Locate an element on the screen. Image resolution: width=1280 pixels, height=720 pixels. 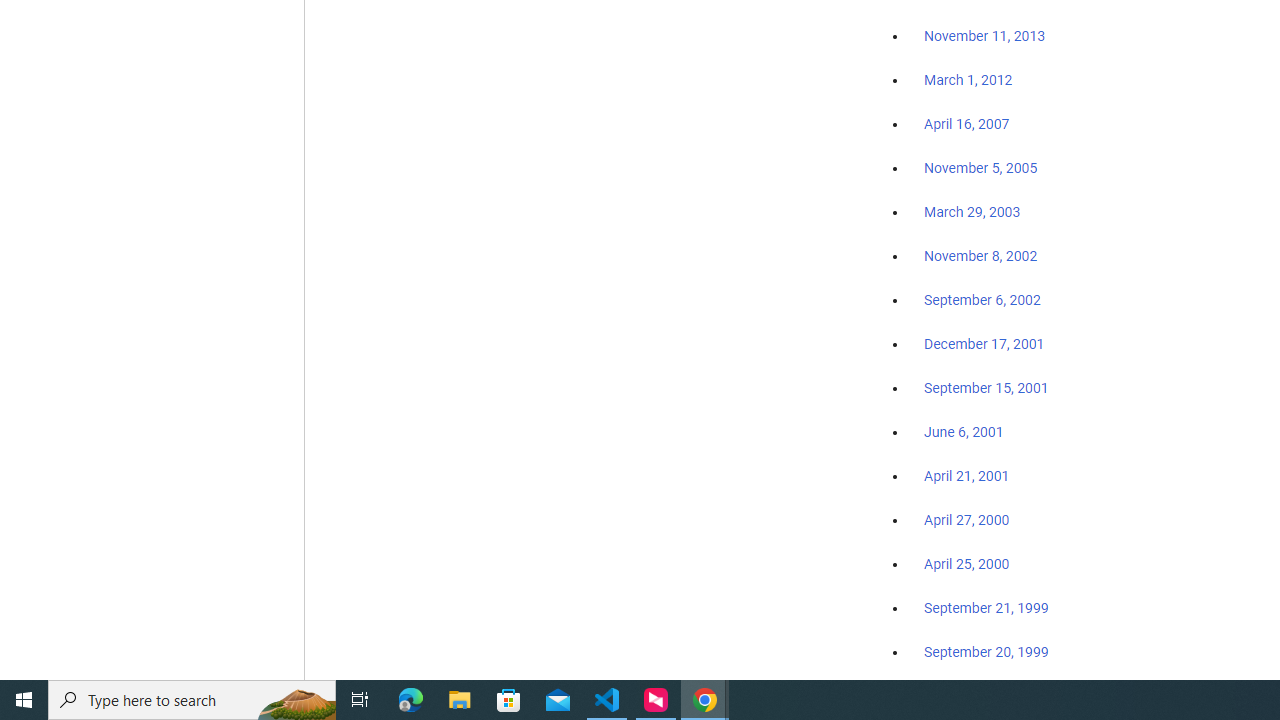
'September 20, 1999' is located at coordinates (986, 651).